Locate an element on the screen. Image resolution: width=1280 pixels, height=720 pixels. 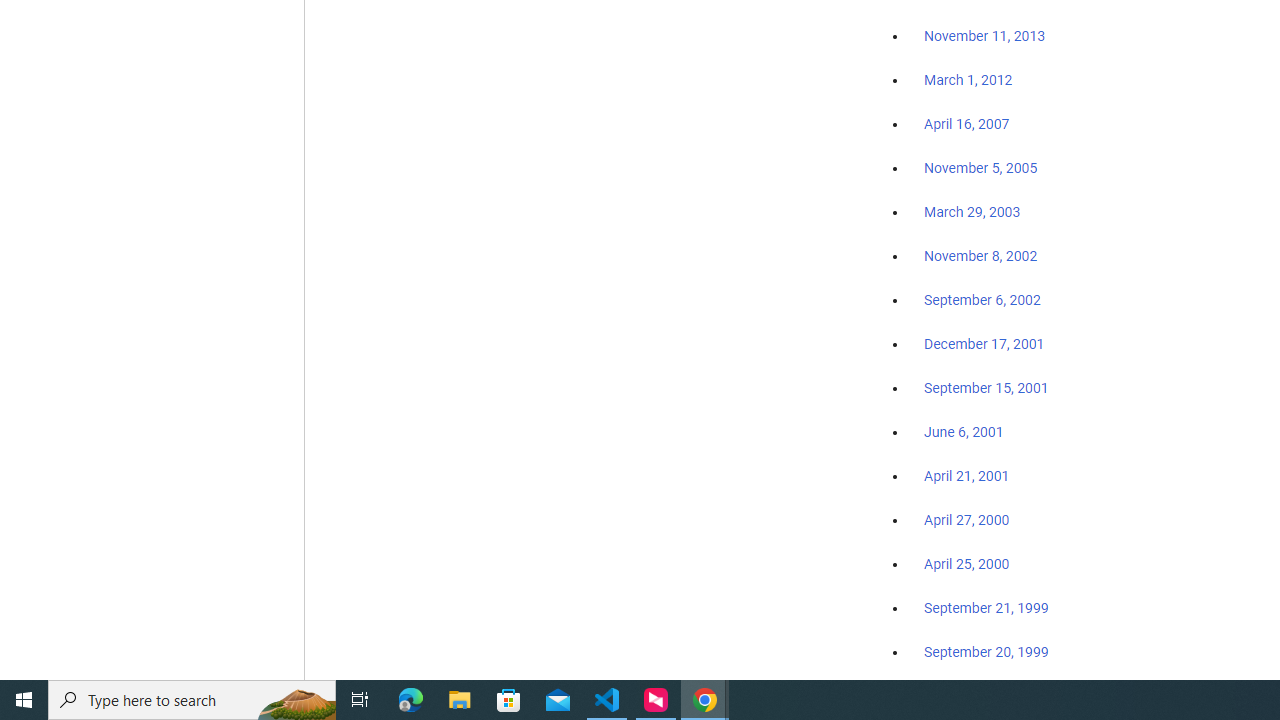
'September 20, 1999' is located at coordinates (986, 651).